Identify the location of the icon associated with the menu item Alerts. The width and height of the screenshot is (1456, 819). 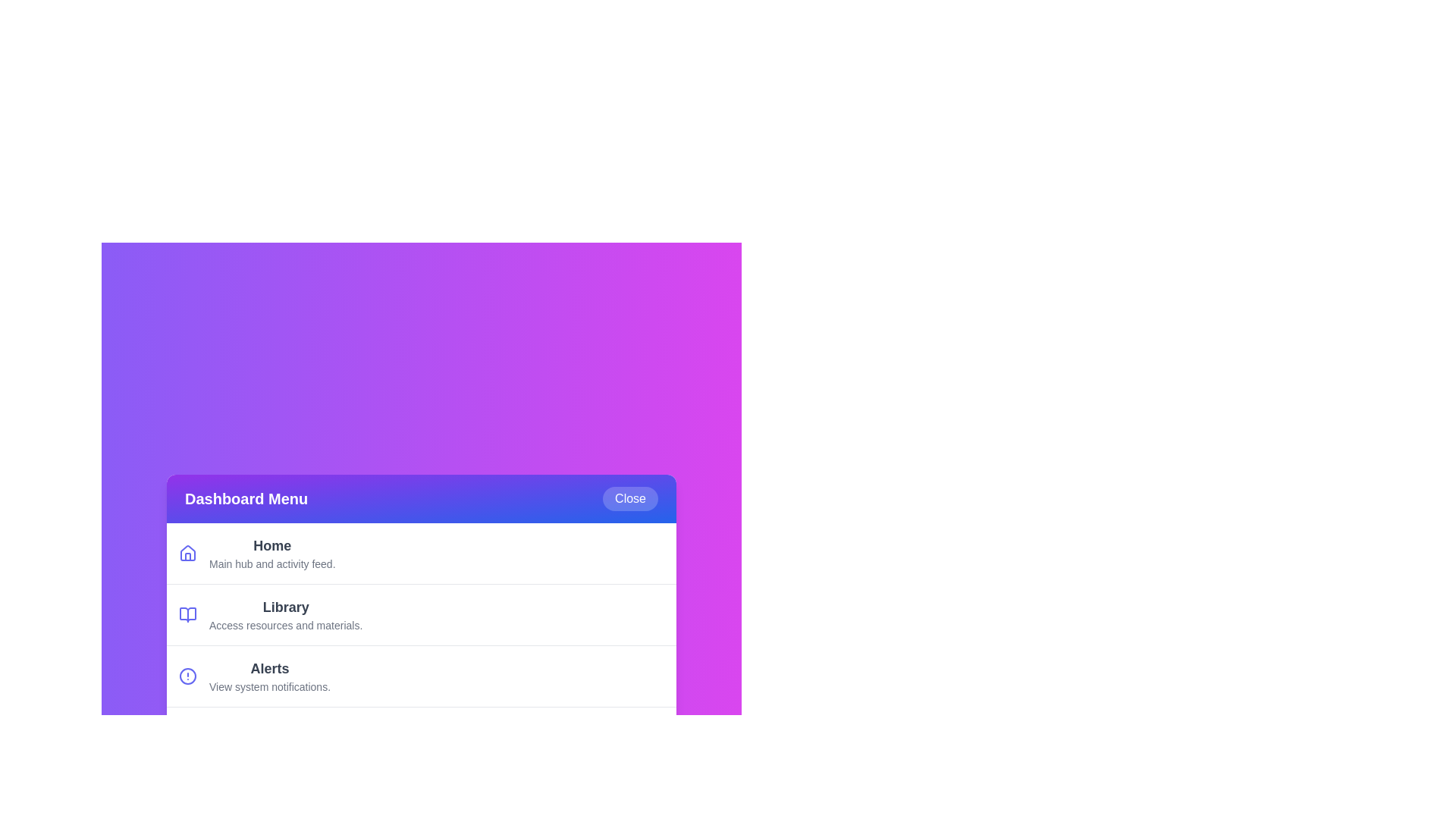
(187, 675).